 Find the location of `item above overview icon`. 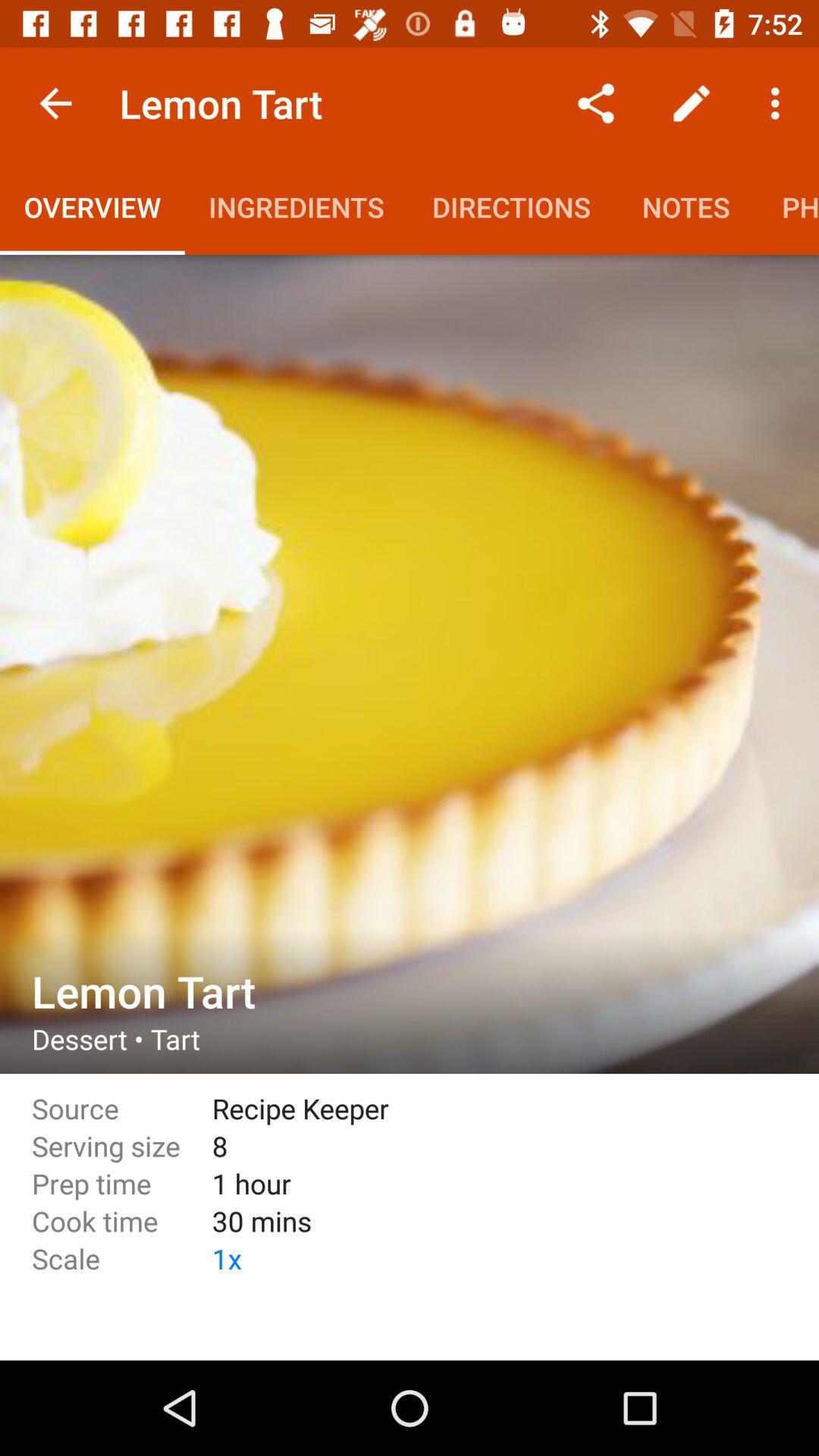

item above overview icon is located at coordinates (55, 102).